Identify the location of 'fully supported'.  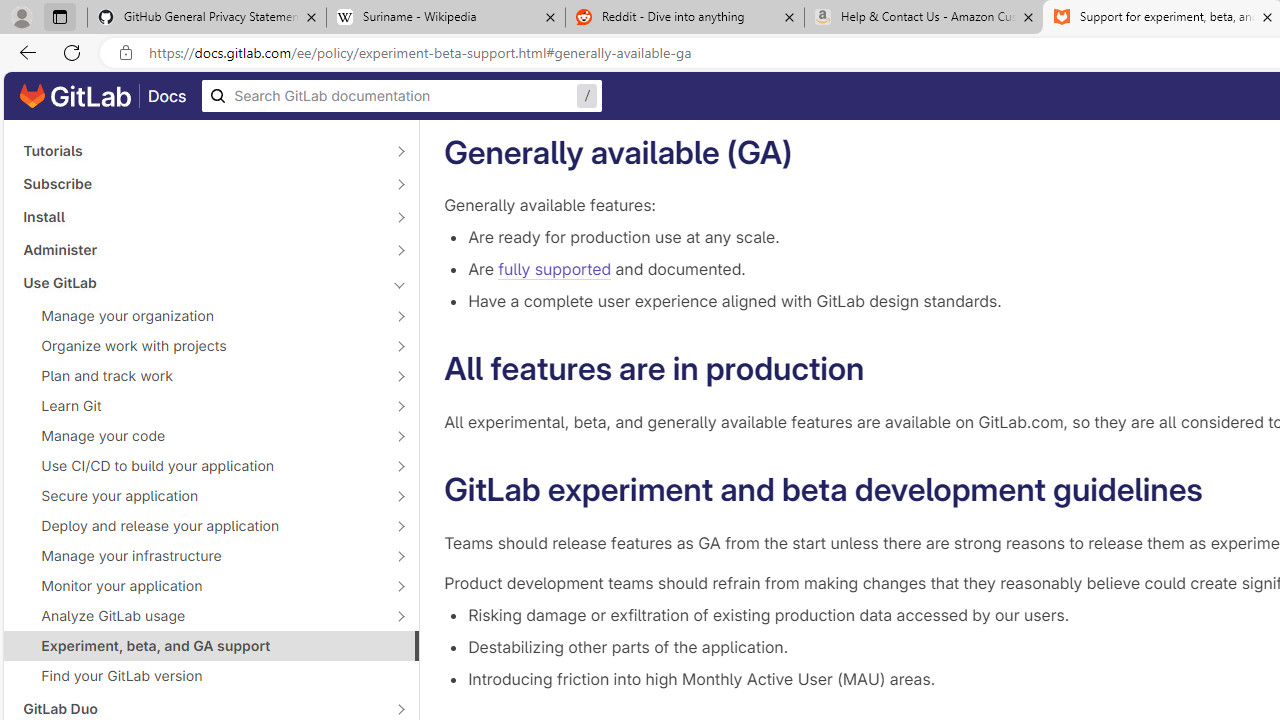
(554, 270).